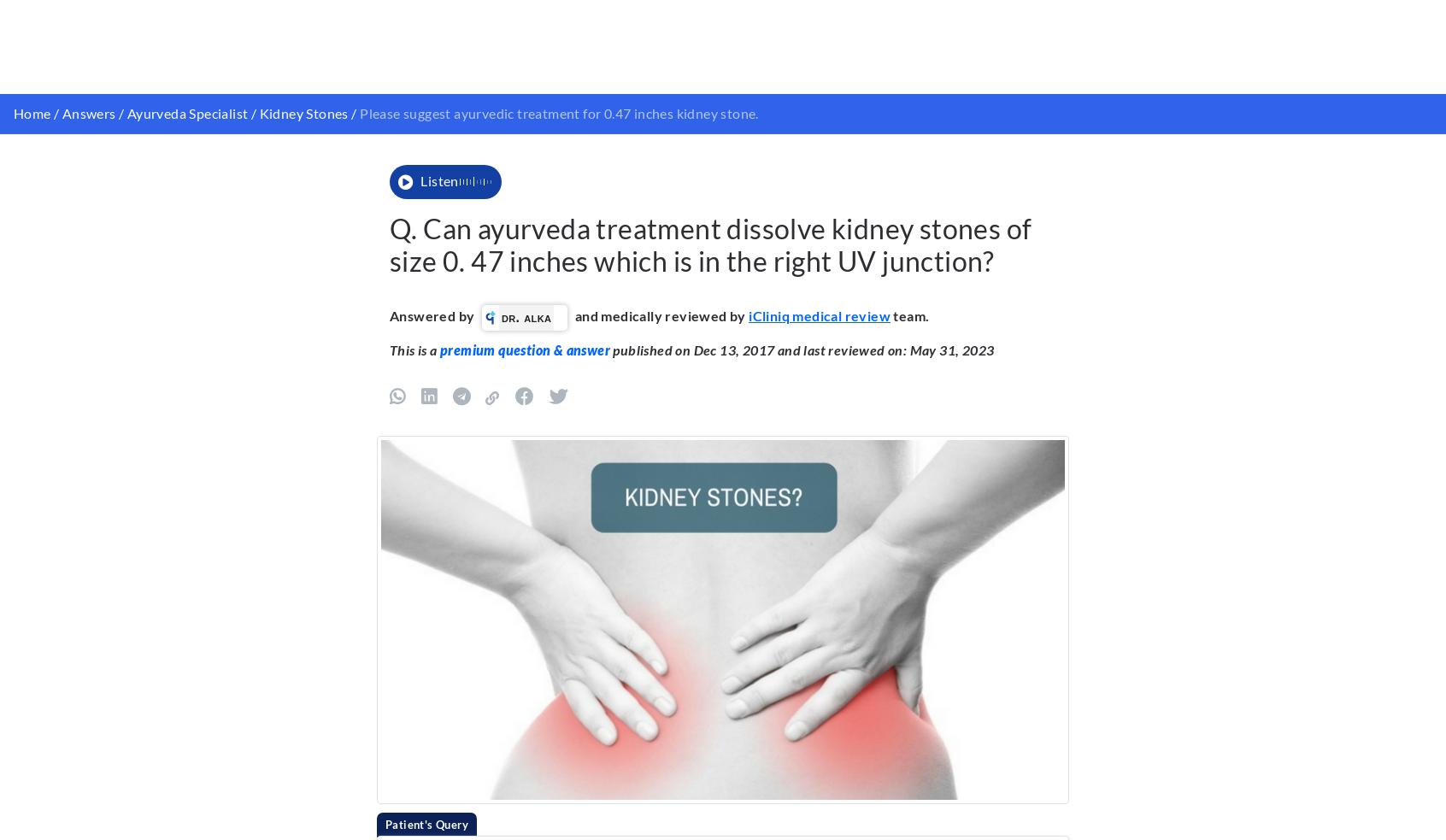  I want to click on 'to know how we create content for health articles and queries.', so click(659, 664).